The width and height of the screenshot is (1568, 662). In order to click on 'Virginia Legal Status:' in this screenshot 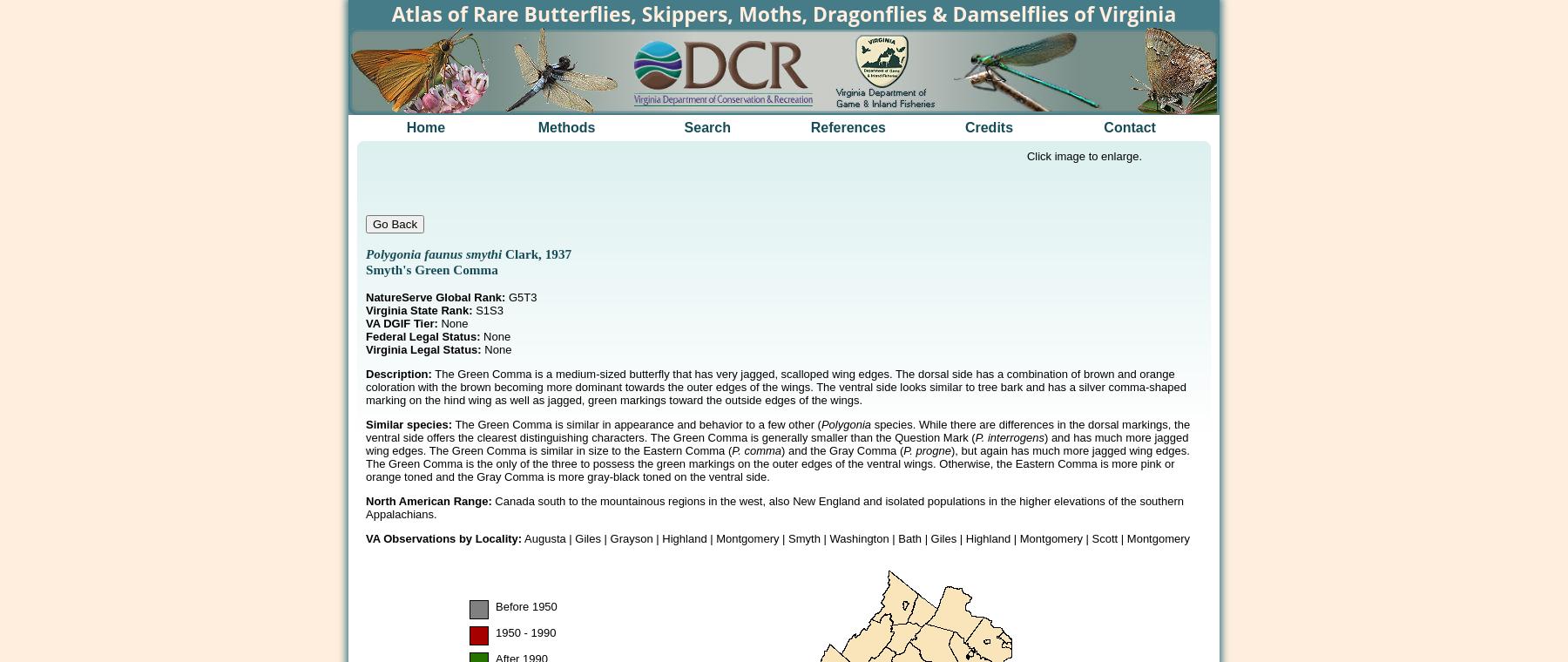, I will do `click(422, 348)`.